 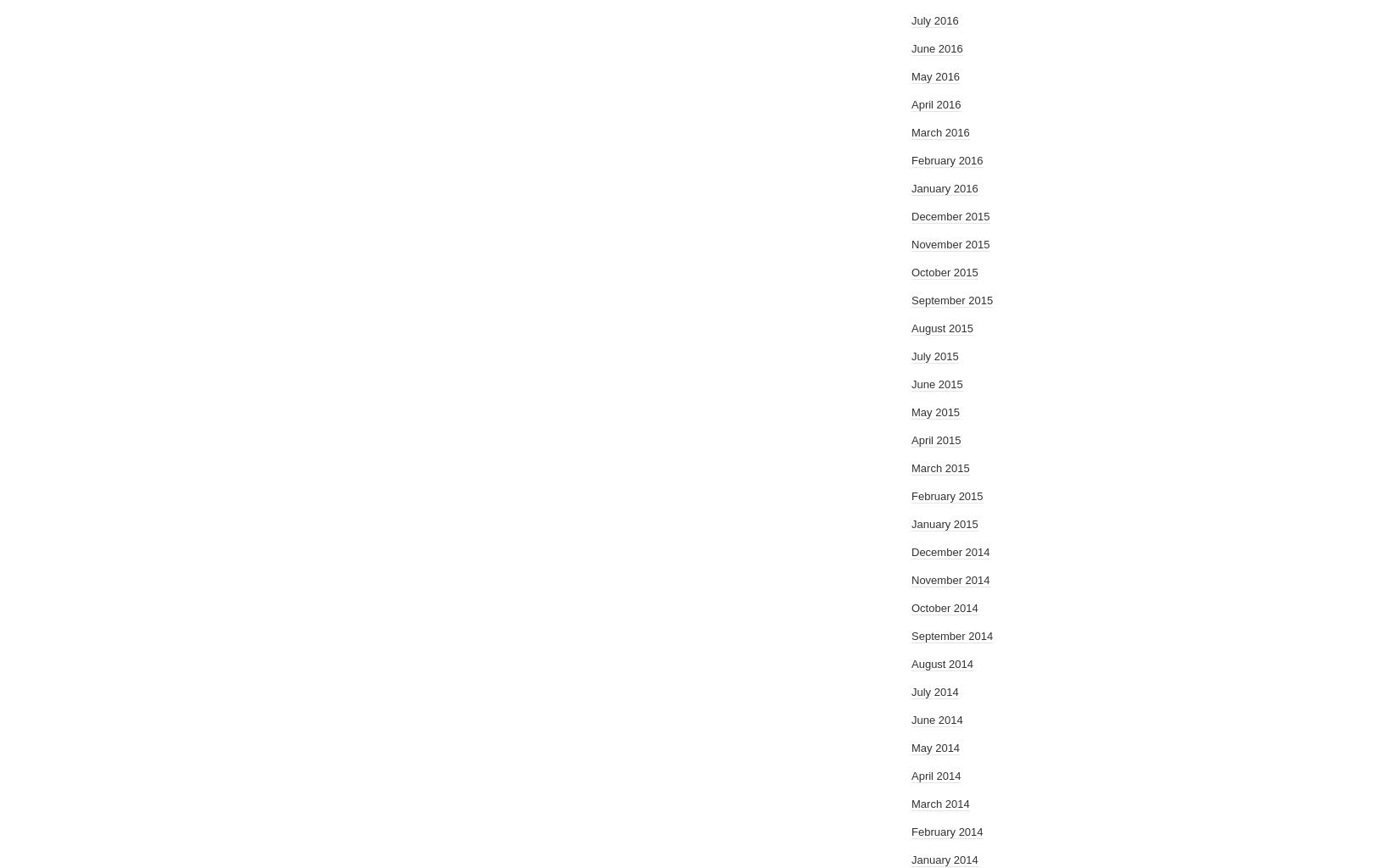 What do you see at coordinates (947, 832) in the screenshot?
I see `'February 2014'` at bounding box center [947, 832].